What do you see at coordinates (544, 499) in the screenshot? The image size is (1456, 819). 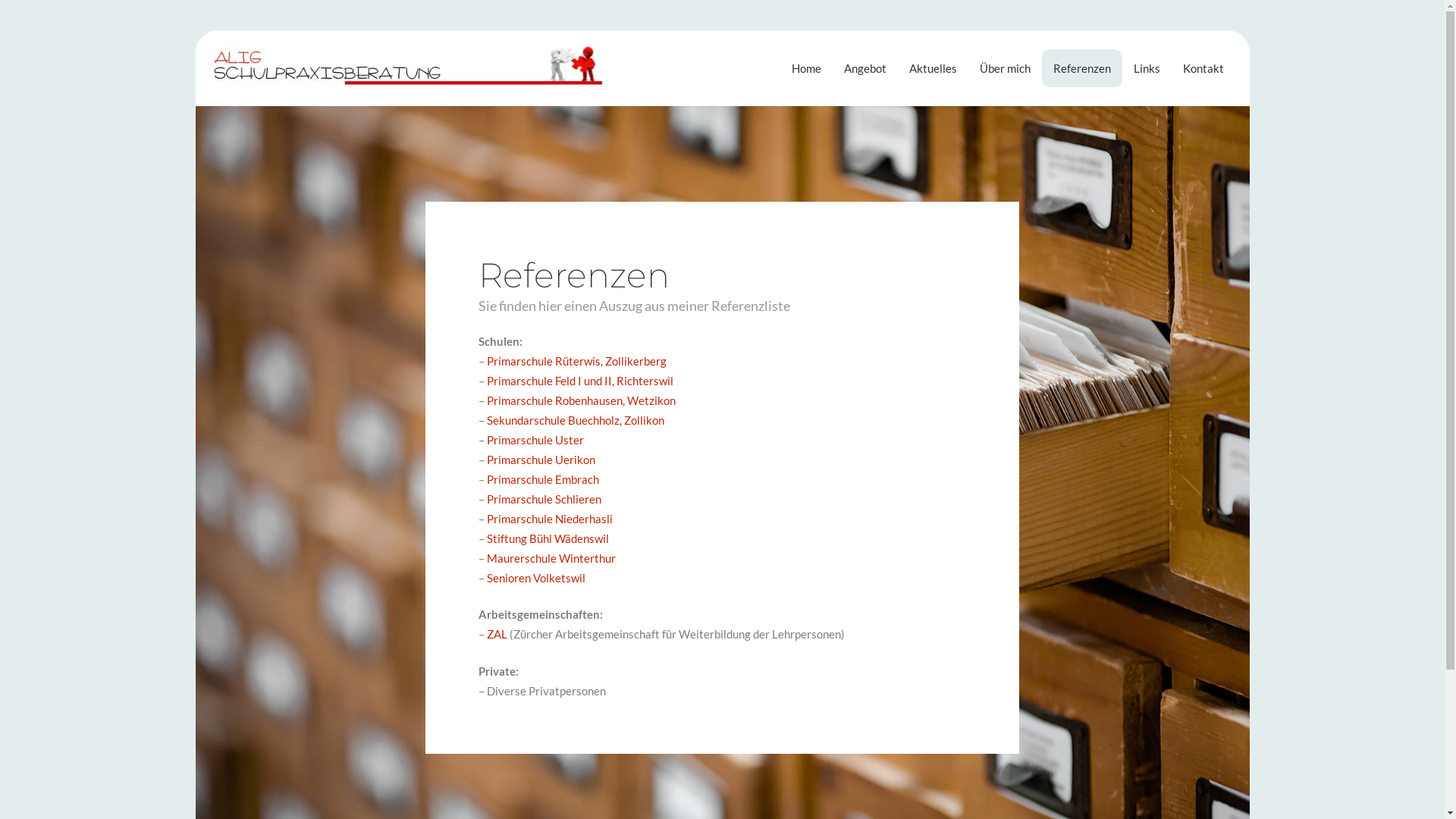 I see `'Primarschule Schlieren'` at bounding box center [544, 499].